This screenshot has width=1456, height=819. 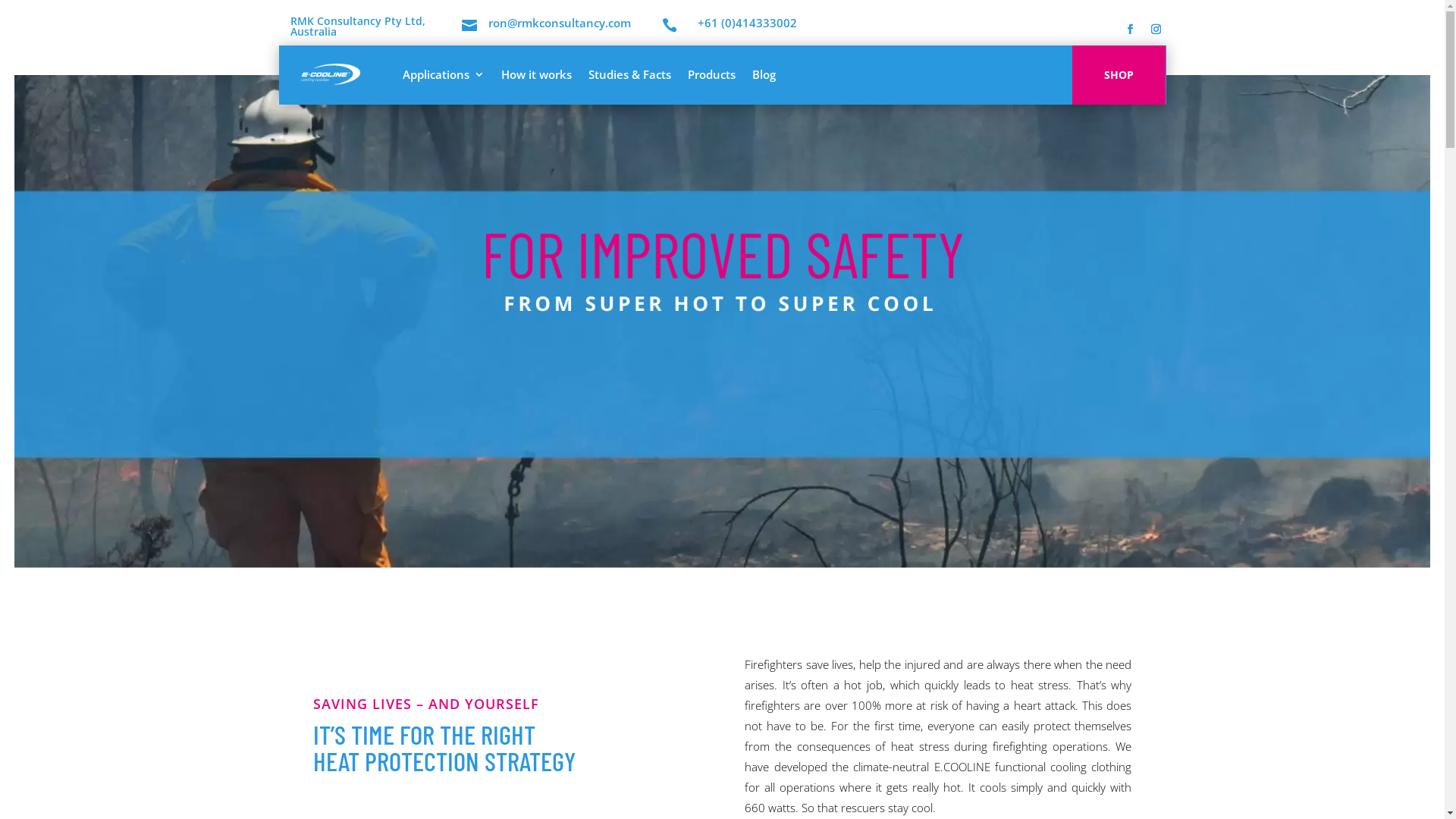 What do you see at coordinates (559, 23) in the screenshot?
I see `'ron@rmkconsultancy.com'` at bounding box center [559, 23].